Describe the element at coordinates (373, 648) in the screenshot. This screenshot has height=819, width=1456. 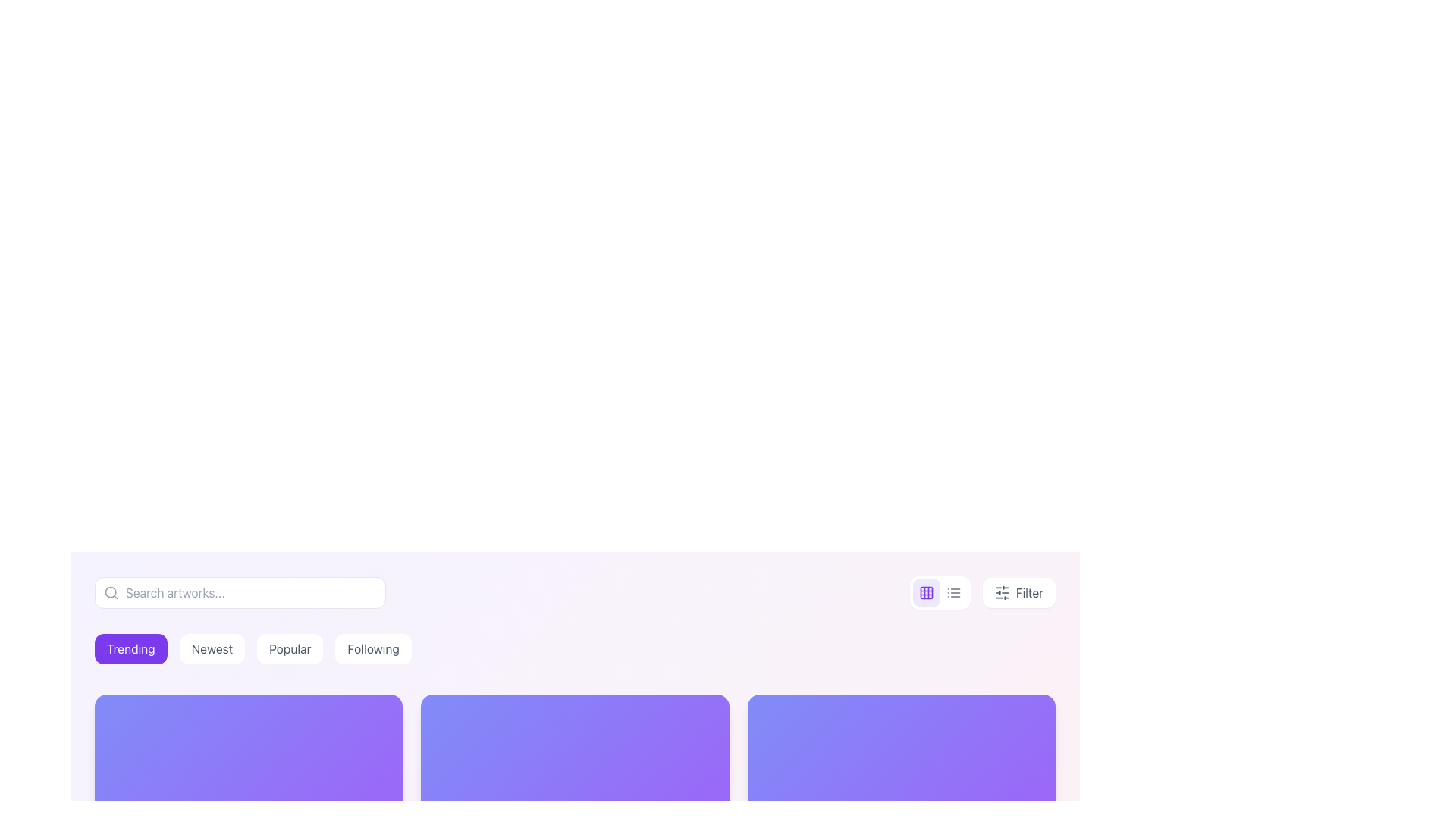
I see `the fourth button in the horizontal menu bar` at that location.